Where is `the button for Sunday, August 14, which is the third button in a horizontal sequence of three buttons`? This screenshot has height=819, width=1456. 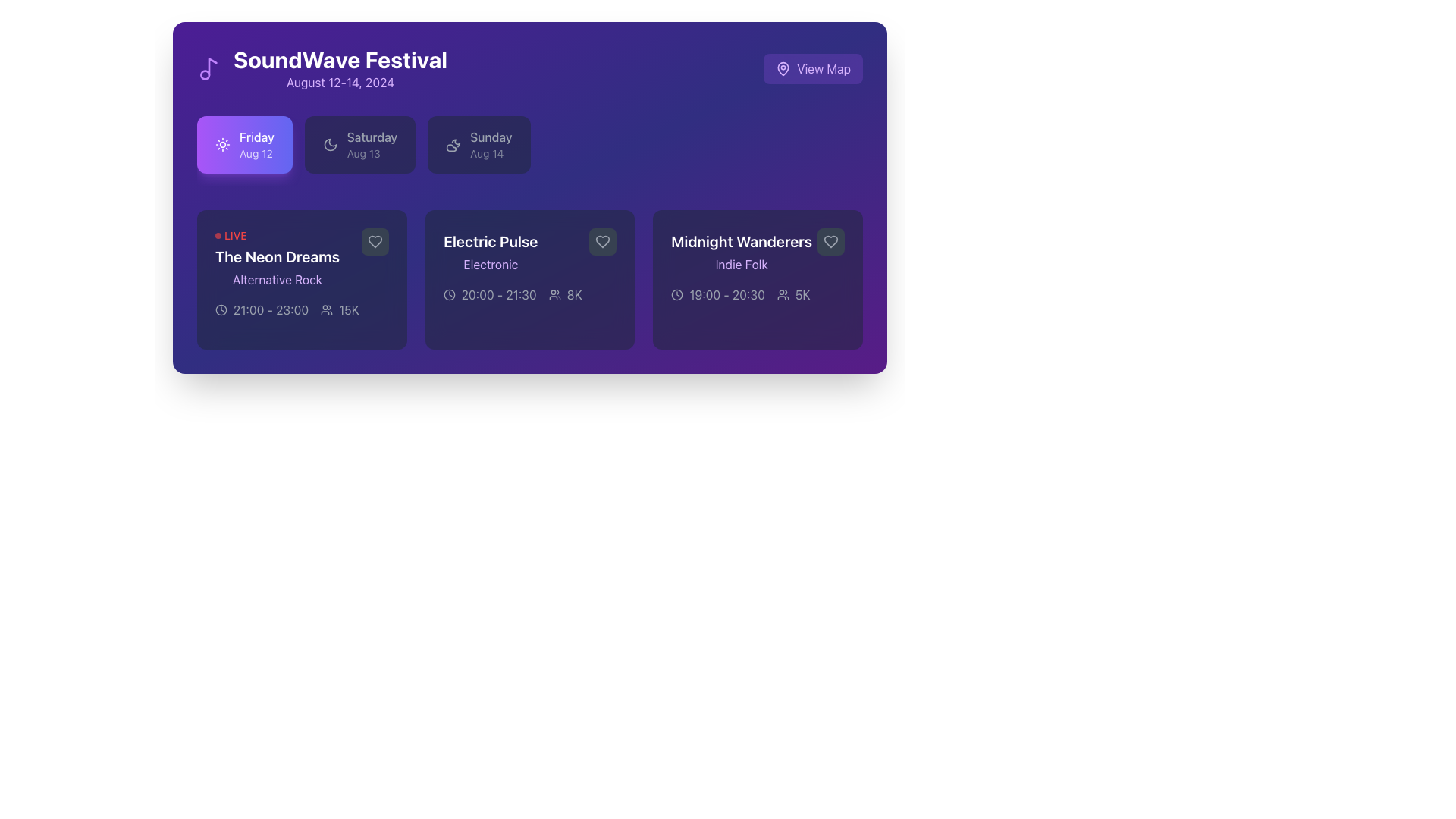
the button for Sunday, August 14, which is the third button in a horizontal sequence of three buttons is located at coordinates (478, 145).